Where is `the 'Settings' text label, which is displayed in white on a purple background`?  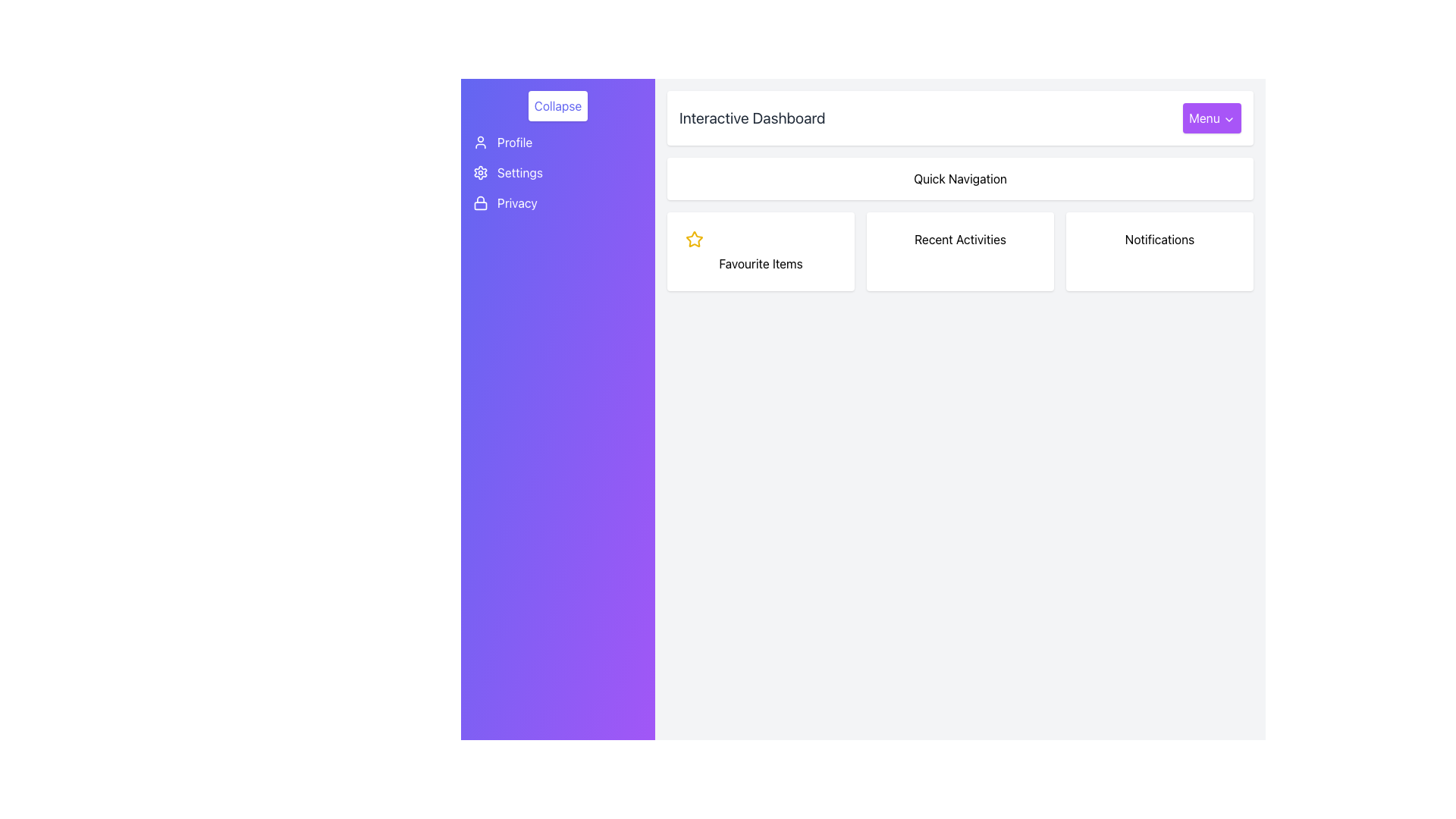 the 'Settings' text label, which is displayed in white on a purple background is located at coordinates (520, 171).